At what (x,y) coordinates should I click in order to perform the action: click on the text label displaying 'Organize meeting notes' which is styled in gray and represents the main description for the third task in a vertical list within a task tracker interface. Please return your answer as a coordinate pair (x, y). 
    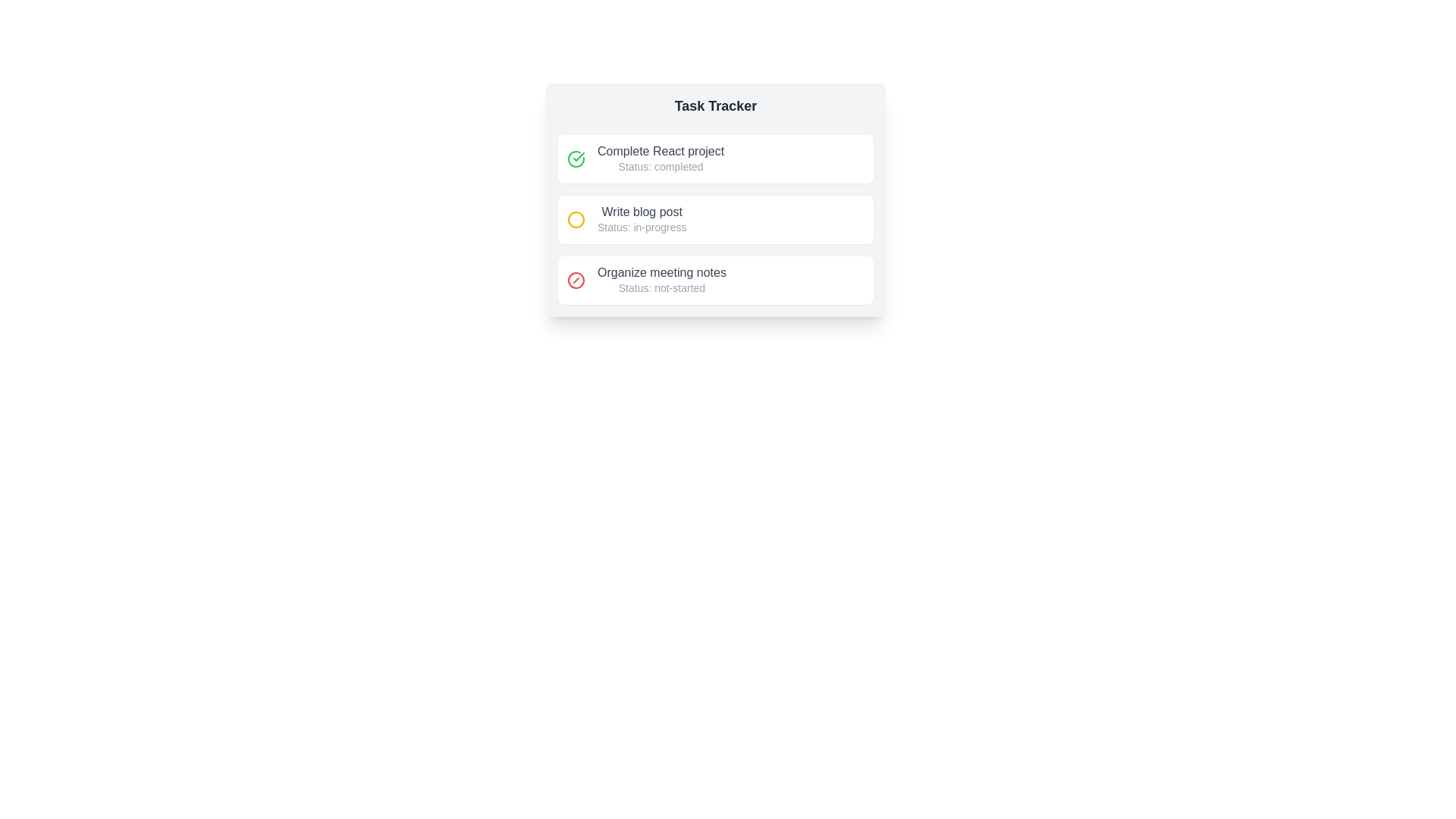
    Looking at the image, I should click on (662, 271).